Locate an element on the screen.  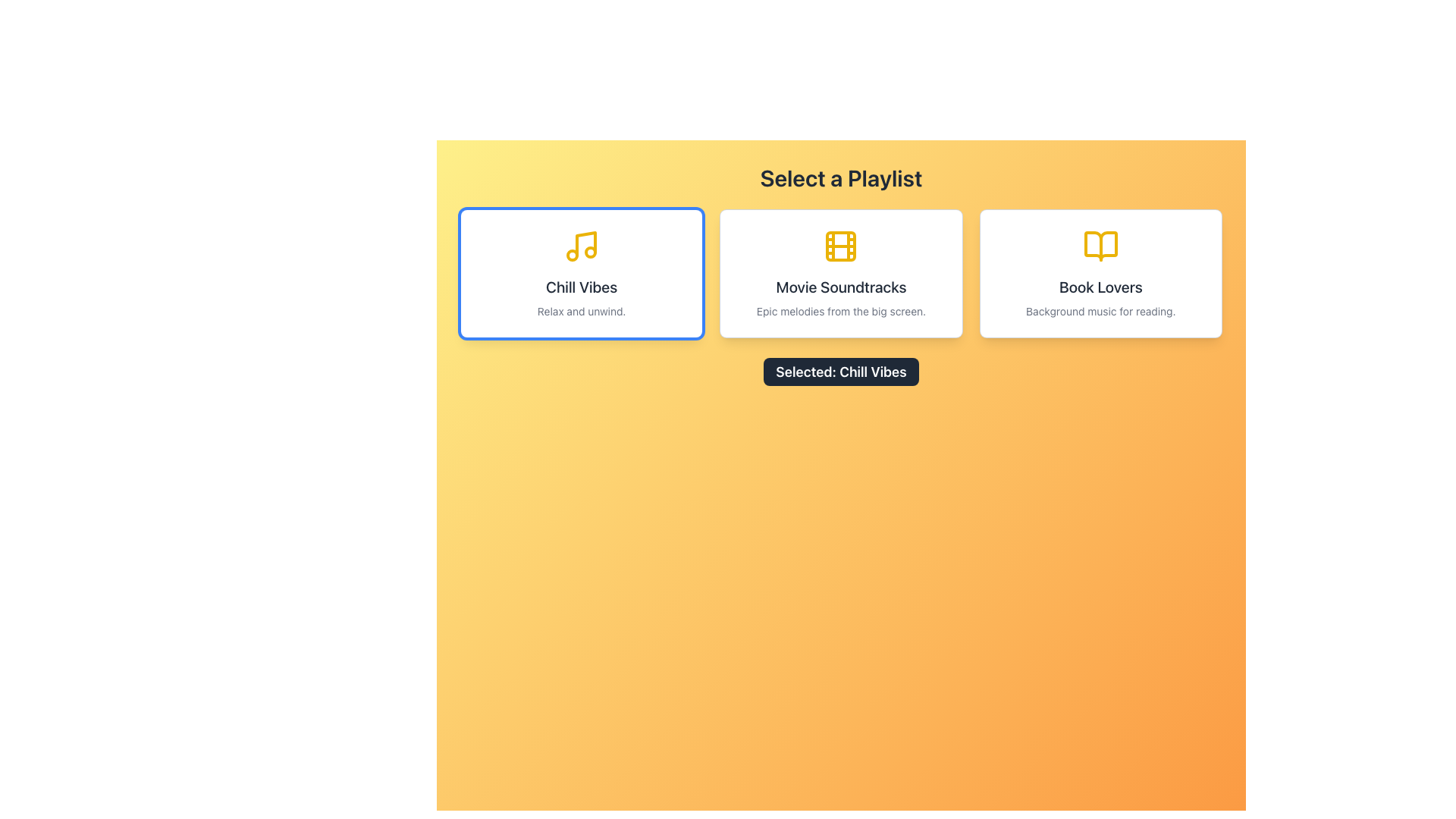
the informational Text Label located beneath the 'Chill Vibes' section, which provides a subtitle for that section is located at coordinates (581, 311).